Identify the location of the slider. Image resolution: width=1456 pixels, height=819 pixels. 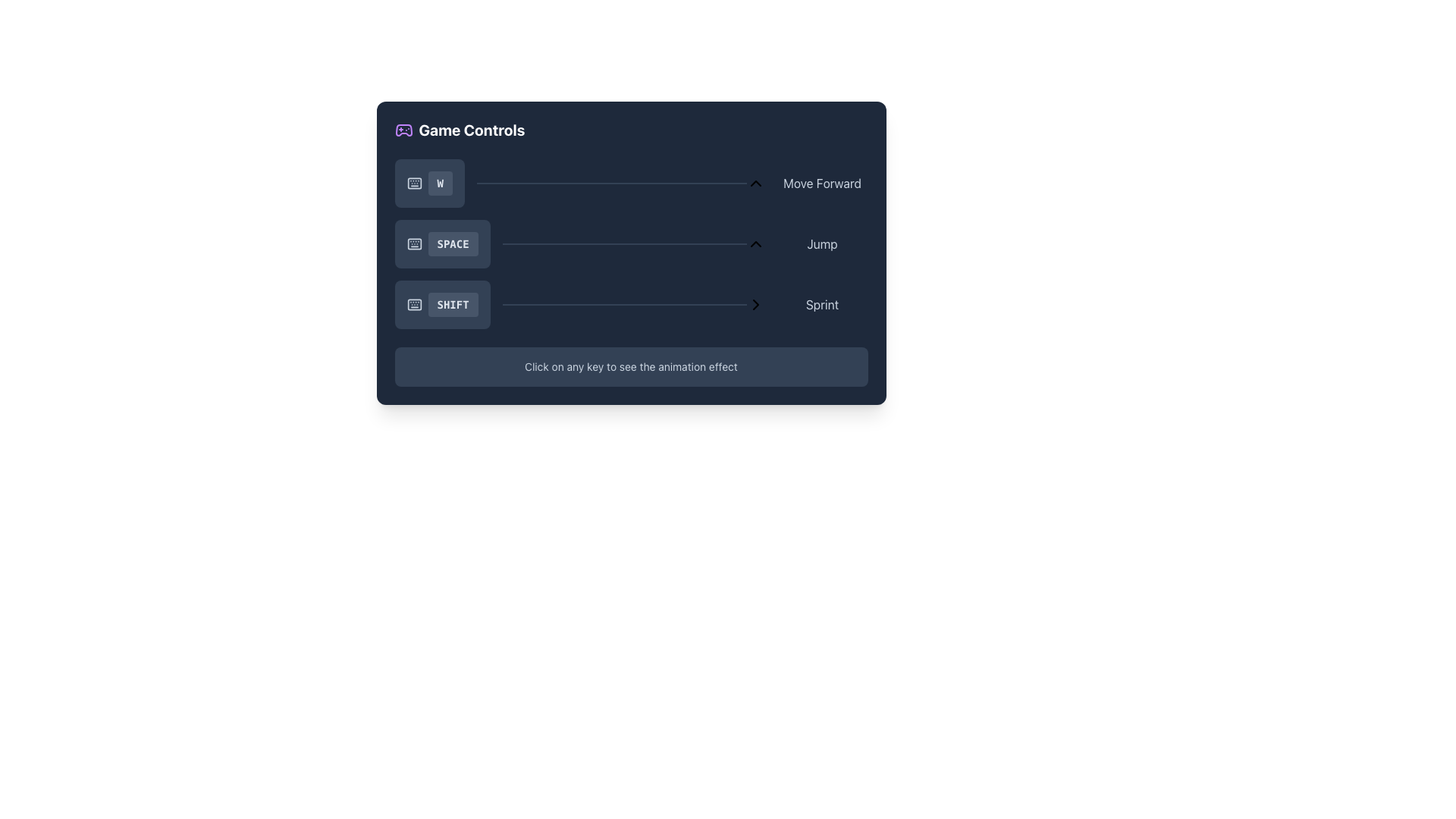
(548, 183).